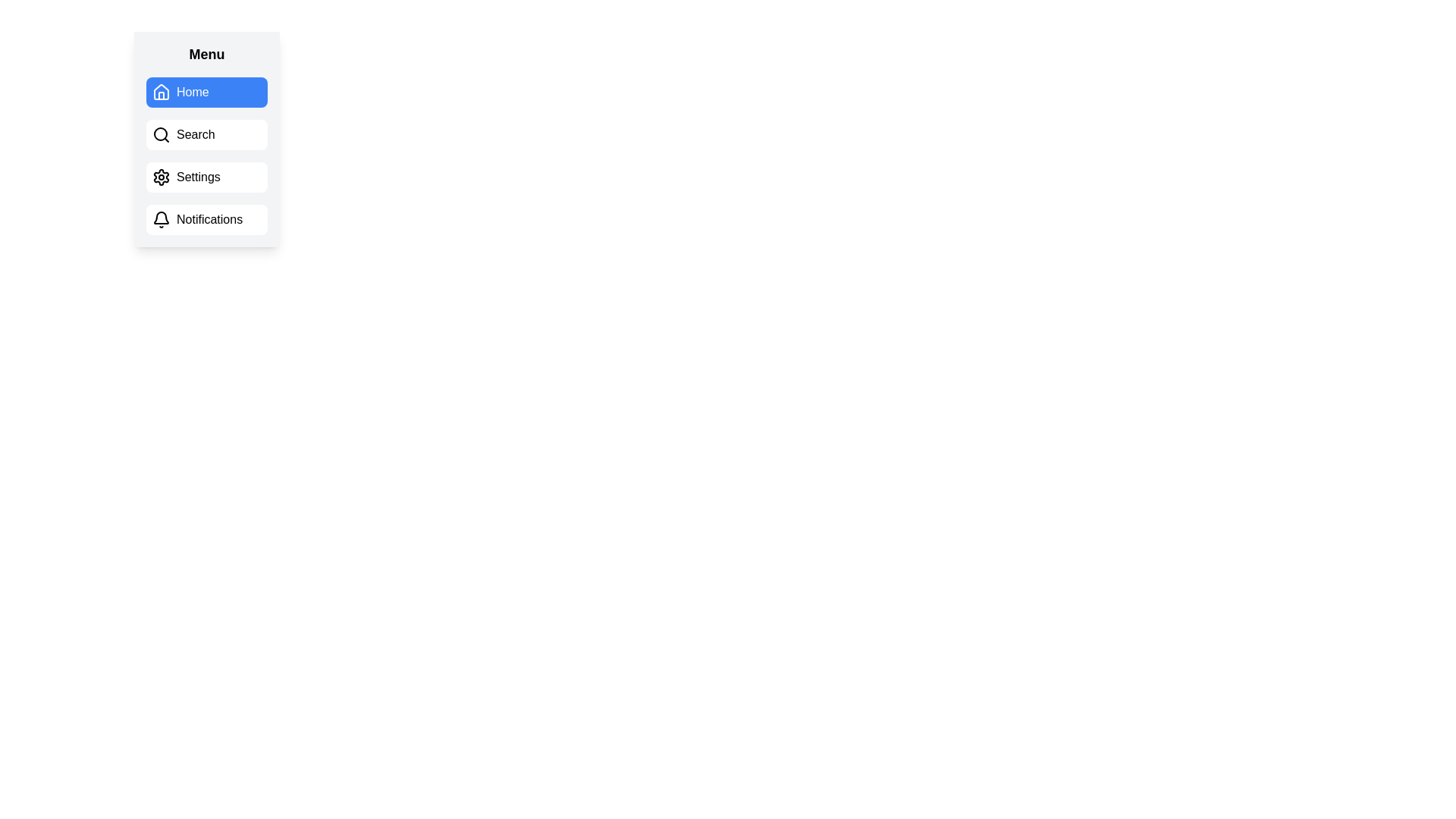  Describe the element at coordinates (206, 93) in the screenshot. I see `the 'Home' button, which is a rectangular button with rounded corners, blue background, and white text, located under the 'Menu' header` at that location.